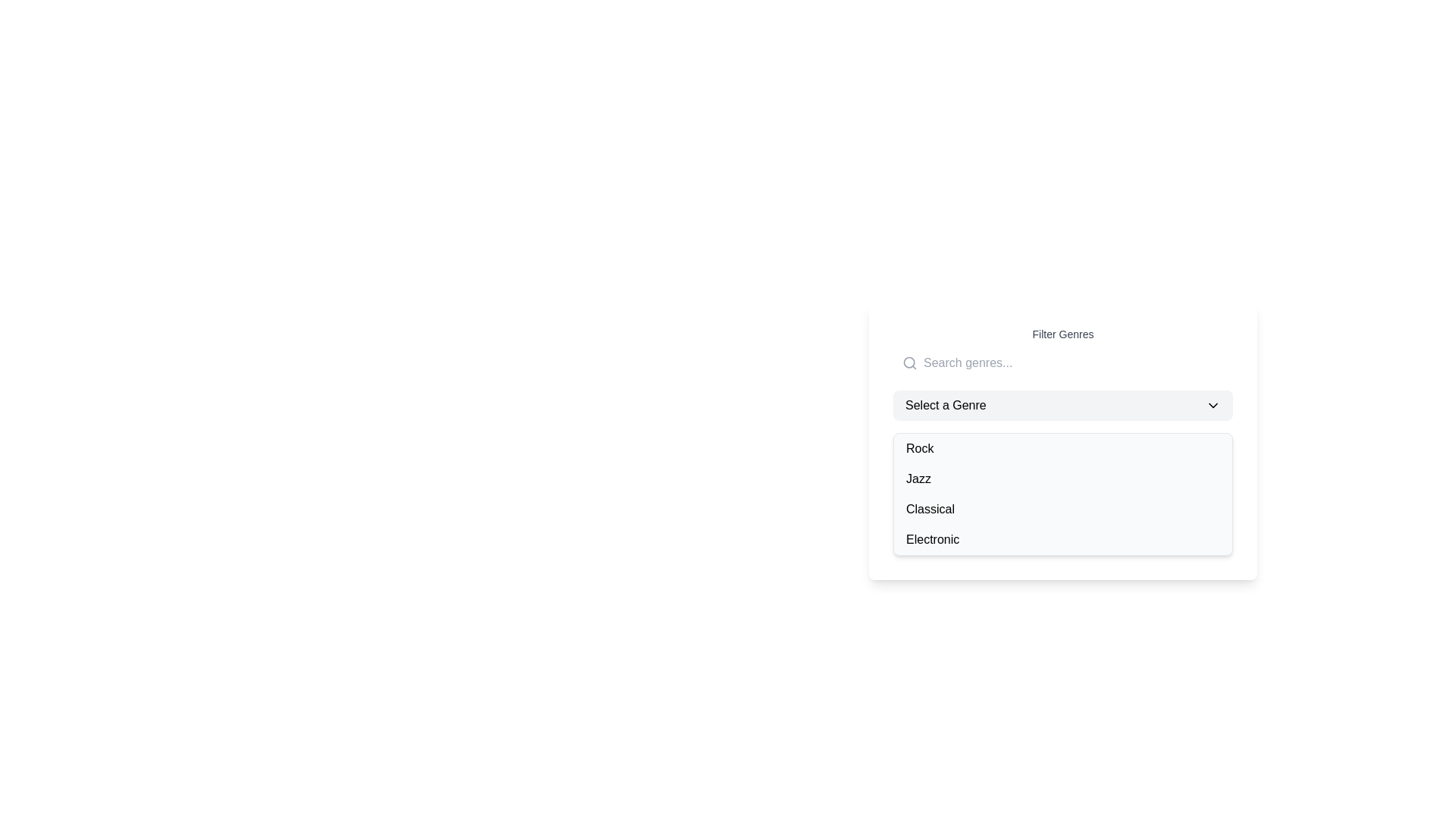 This screenshot has width=1456, height=819. I want to click on the first selectable item in the list that allows users to choose the 'Rock' genre, located directly below the 'Select a Genre' label, so click(919, 447).